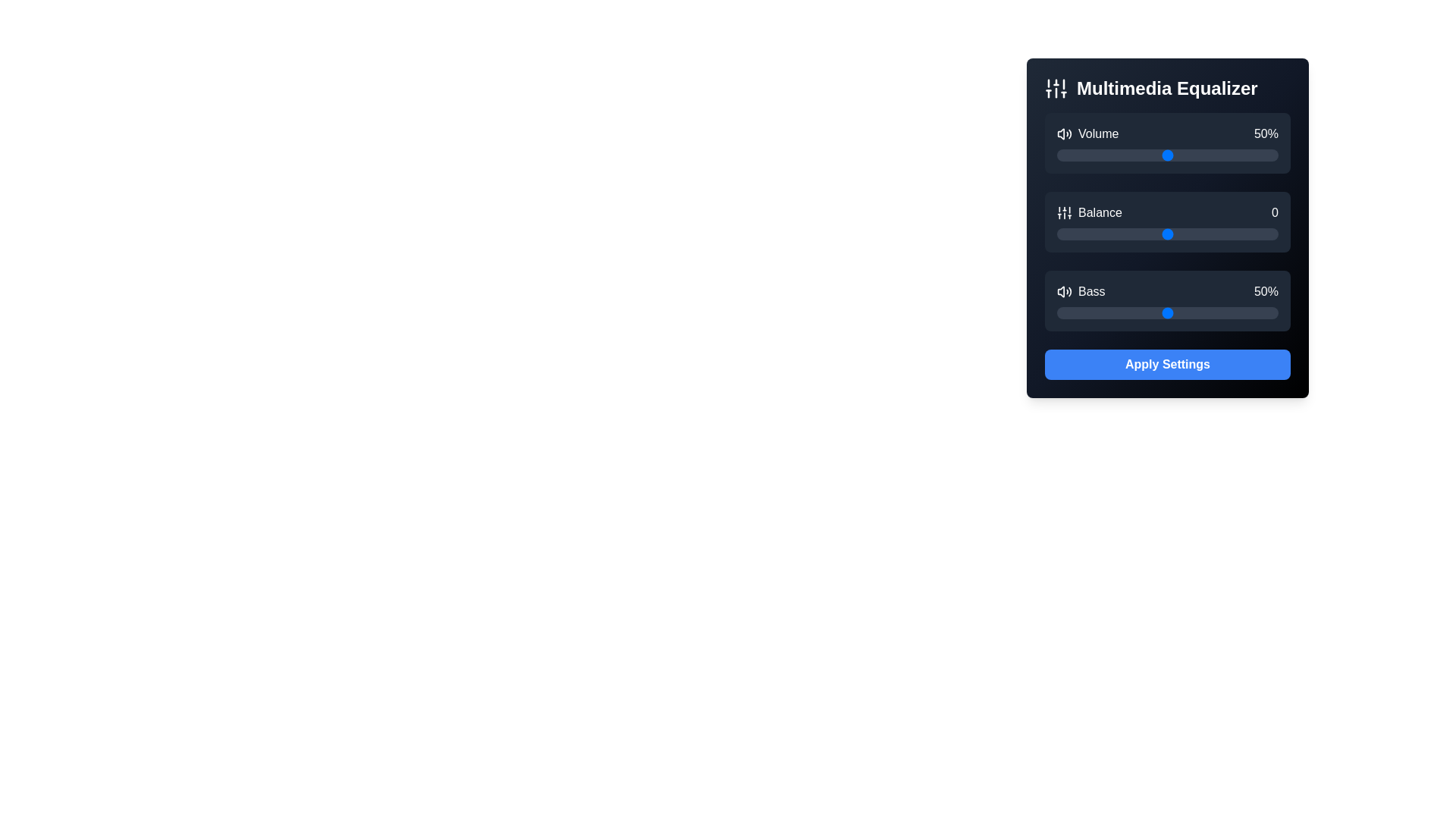 This screenshot has height=819, width=1456. What do you see at coordinates (1187, 312) in the screenshot?
I see `the bass level` at bounding box center [1187, 312].